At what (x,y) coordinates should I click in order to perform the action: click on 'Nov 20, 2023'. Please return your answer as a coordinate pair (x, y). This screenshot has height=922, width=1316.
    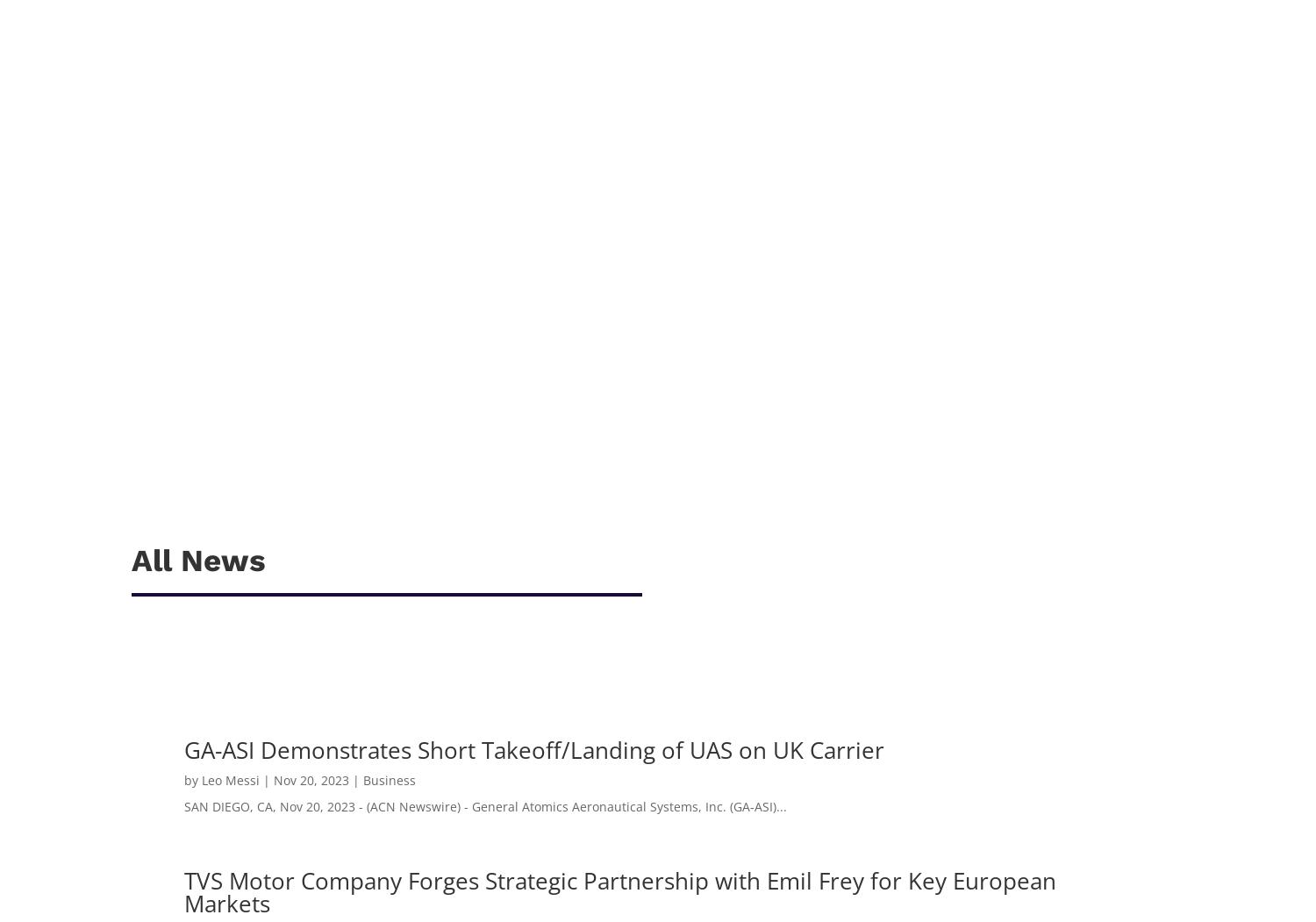
    Looking at the image, I should click on (274, 778).